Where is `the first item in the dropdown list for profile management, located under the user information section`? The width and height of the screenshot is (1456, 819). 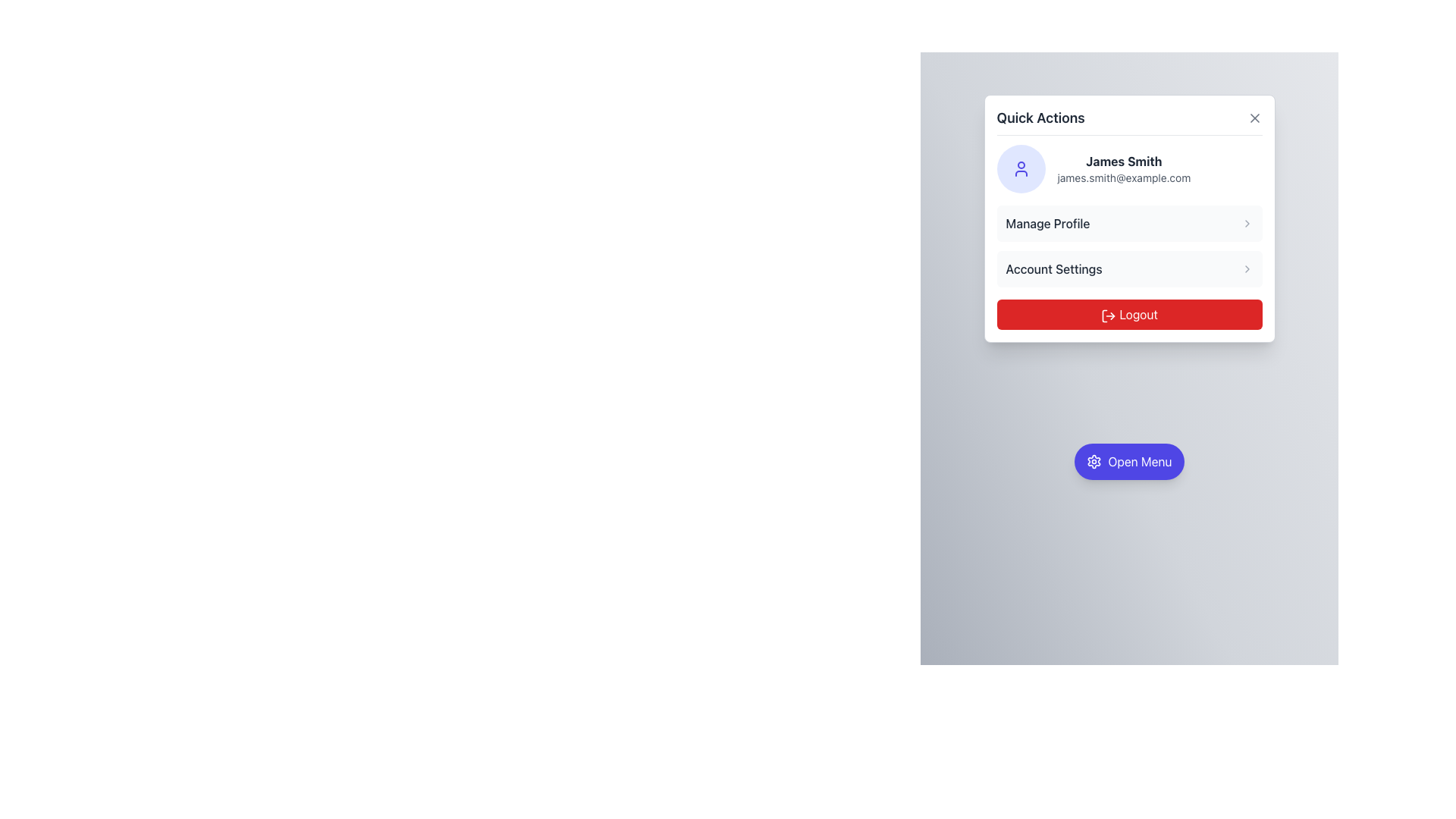 the first item in the dropdown list for profile management, located under the user information section is located at coordinates (1129, 223).